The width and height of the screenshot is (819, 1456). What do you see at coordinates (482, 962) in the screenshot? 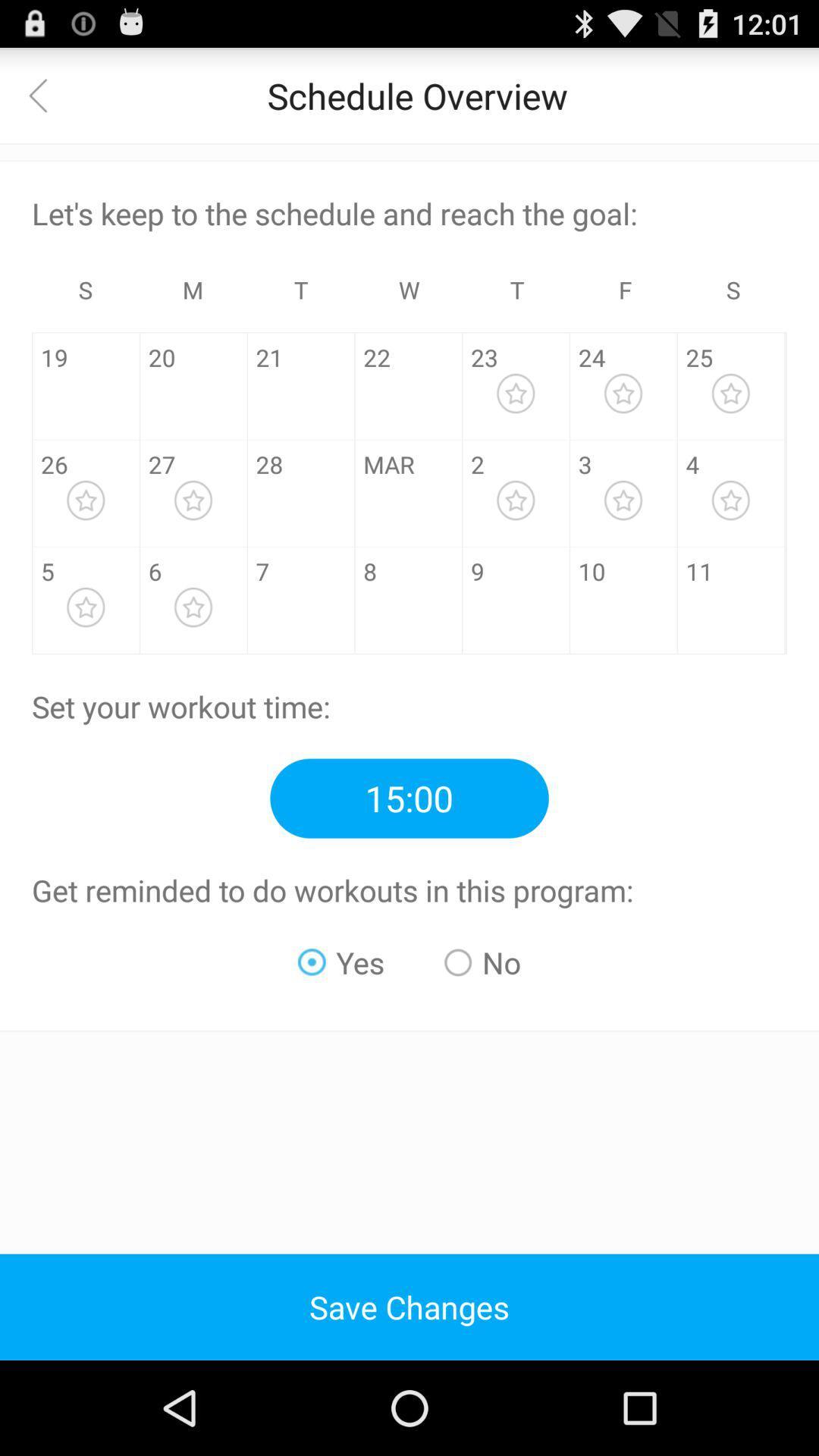
I see `the no radio button` at bounding box center [482, 962].